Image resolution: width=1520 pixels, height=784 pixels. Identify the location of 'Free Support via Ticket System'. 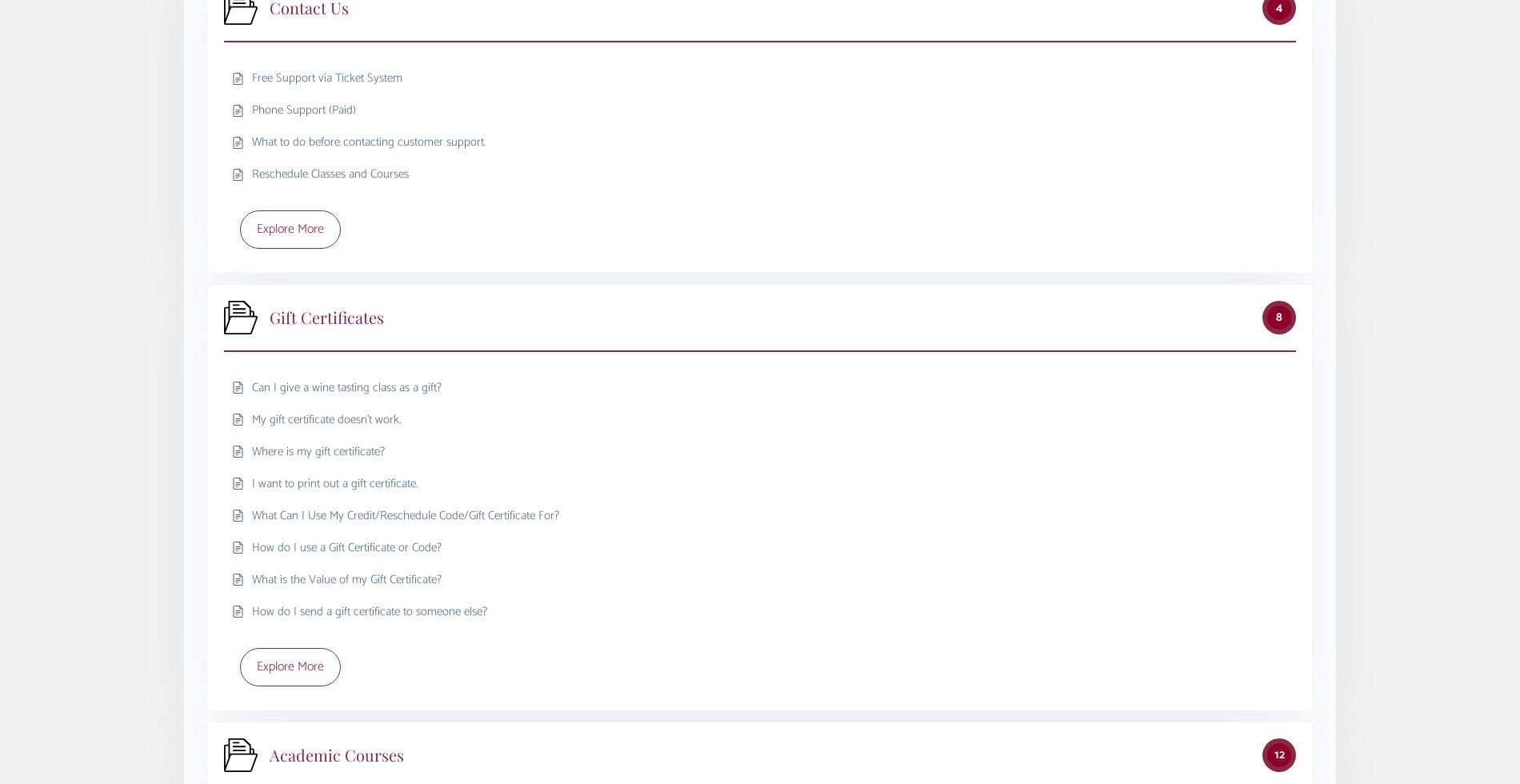
(326, 78).